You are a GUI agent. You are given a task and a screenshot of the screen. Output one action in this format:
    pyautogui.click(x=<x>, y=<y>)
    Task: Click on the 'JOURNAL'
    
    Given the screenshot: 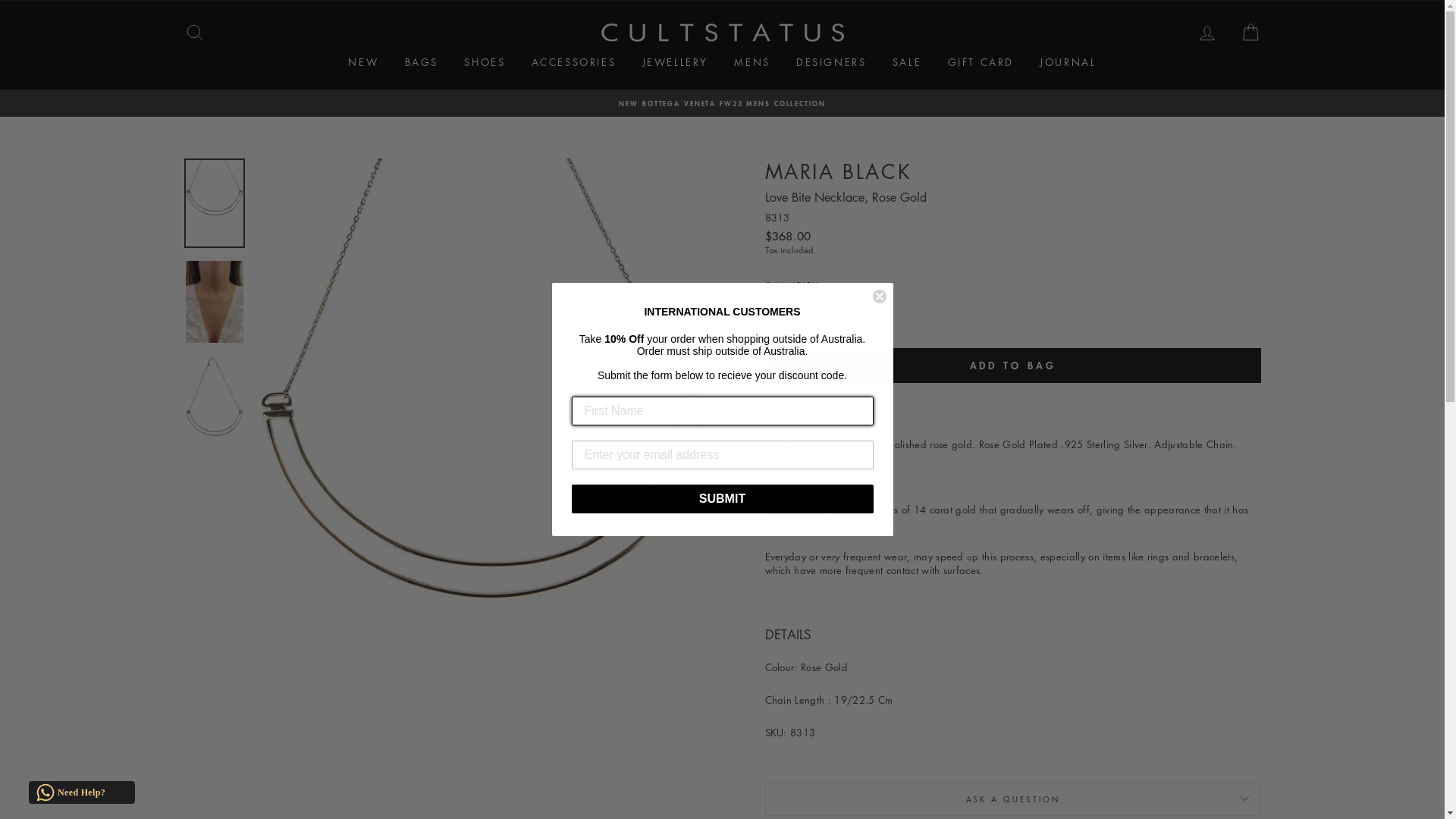 What is the action you would take?
    pyautogui.click(x=1066, y=61)
    